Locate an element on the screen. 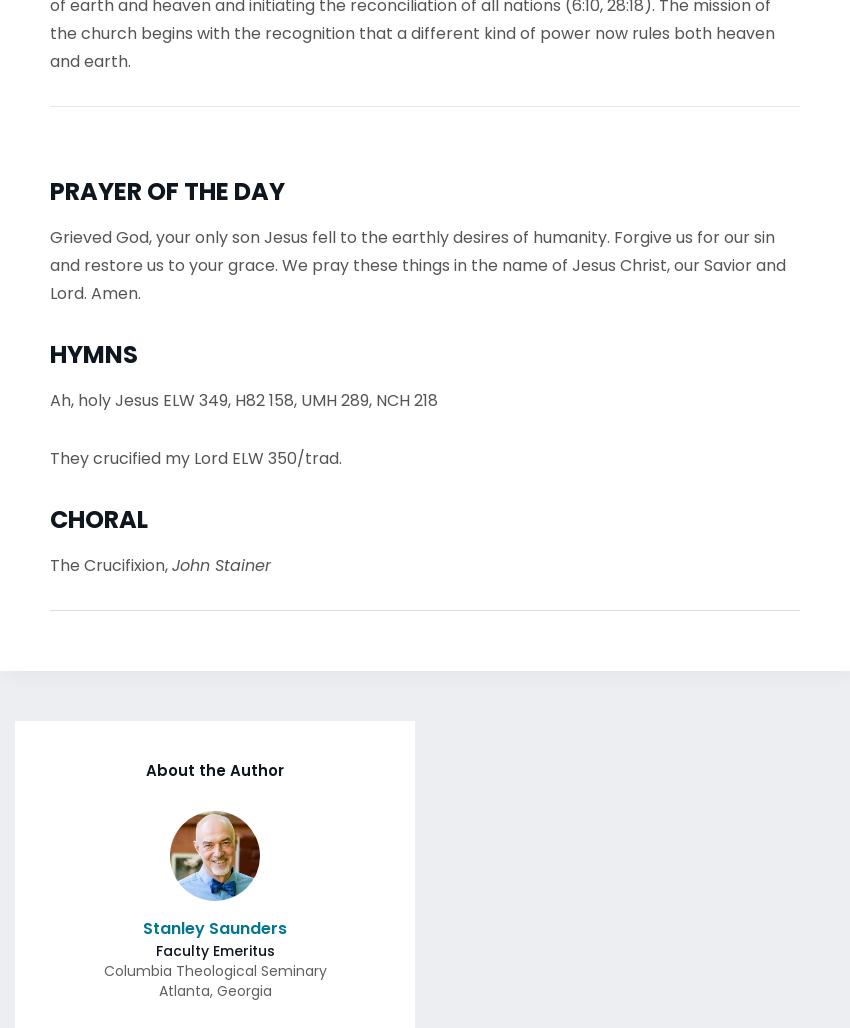  'Ah, holy Jesus ELW 349, H82 158, UMH 289, NCH 218' is located at coordinates (244, 394).